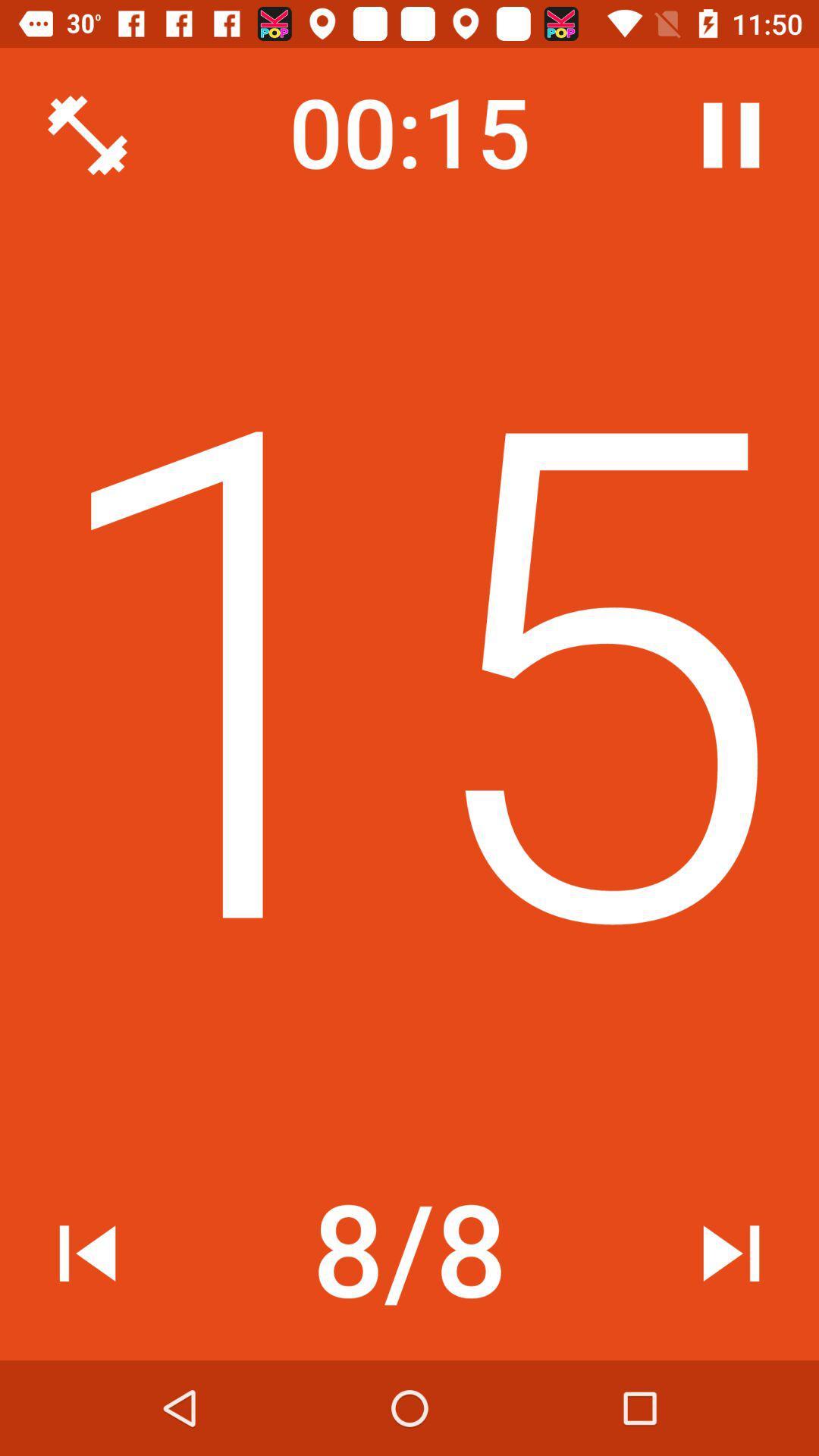  What do you see at coordinates (730, 135) in the screenshot?
I see `icon at the top right corner` at bounding box center [730, 135].